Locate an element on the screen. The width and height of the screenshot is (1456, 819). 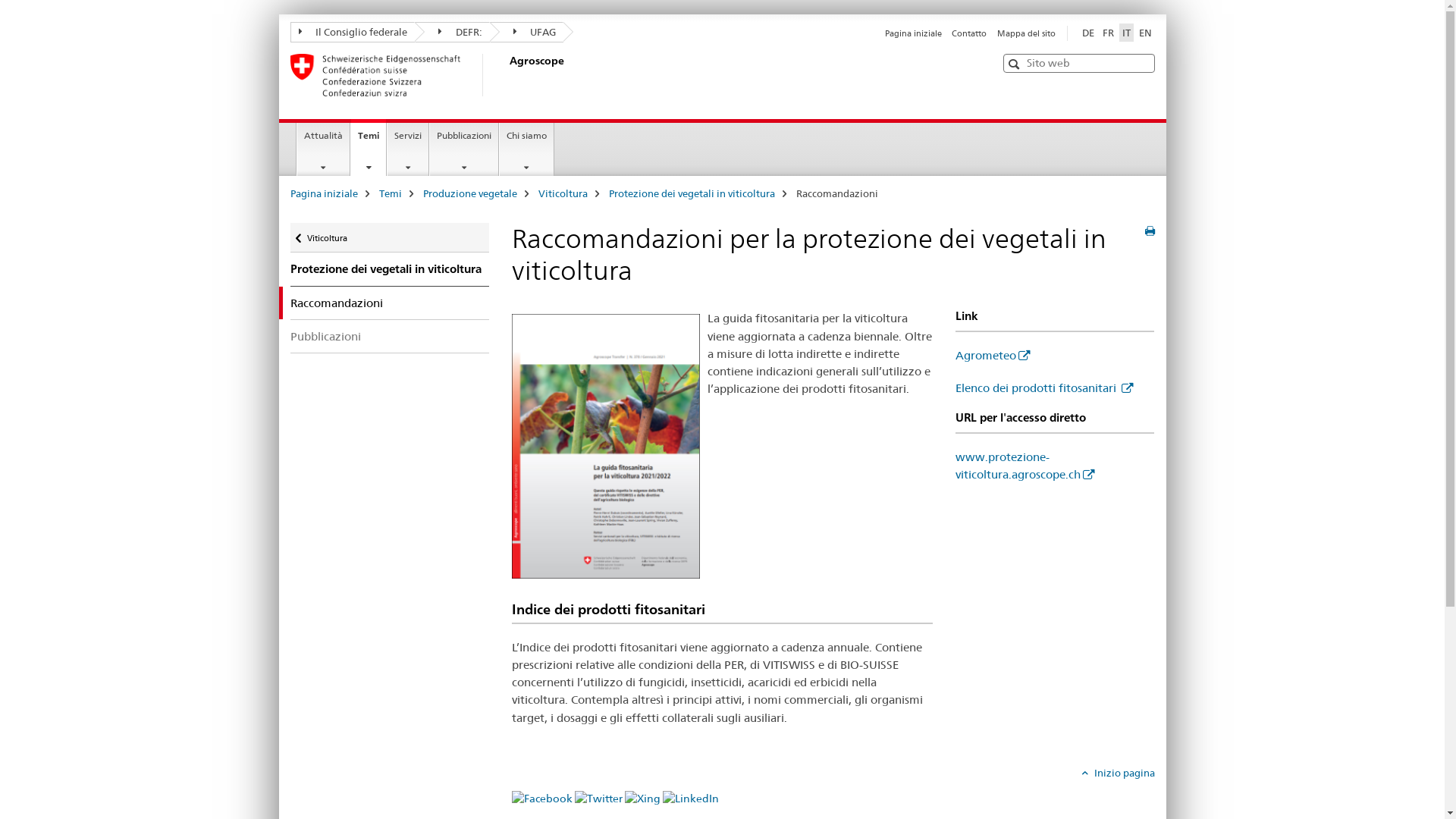
'Protezione dei vegetali in viticoltura' is located at coordinates (690, 192).